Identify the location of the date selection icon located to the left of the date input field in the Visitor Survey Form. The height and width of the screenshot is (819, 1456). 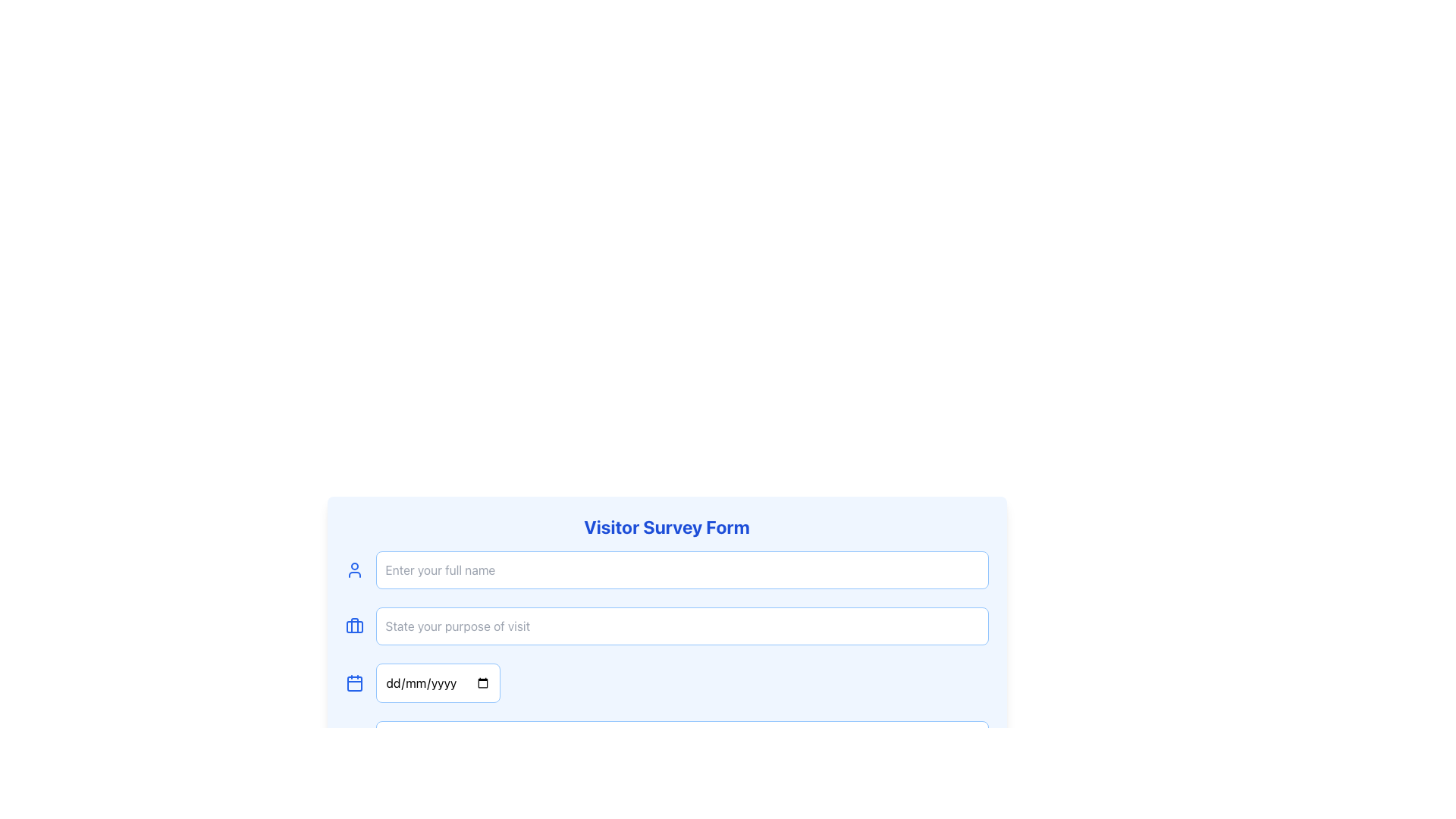
(353, 683).